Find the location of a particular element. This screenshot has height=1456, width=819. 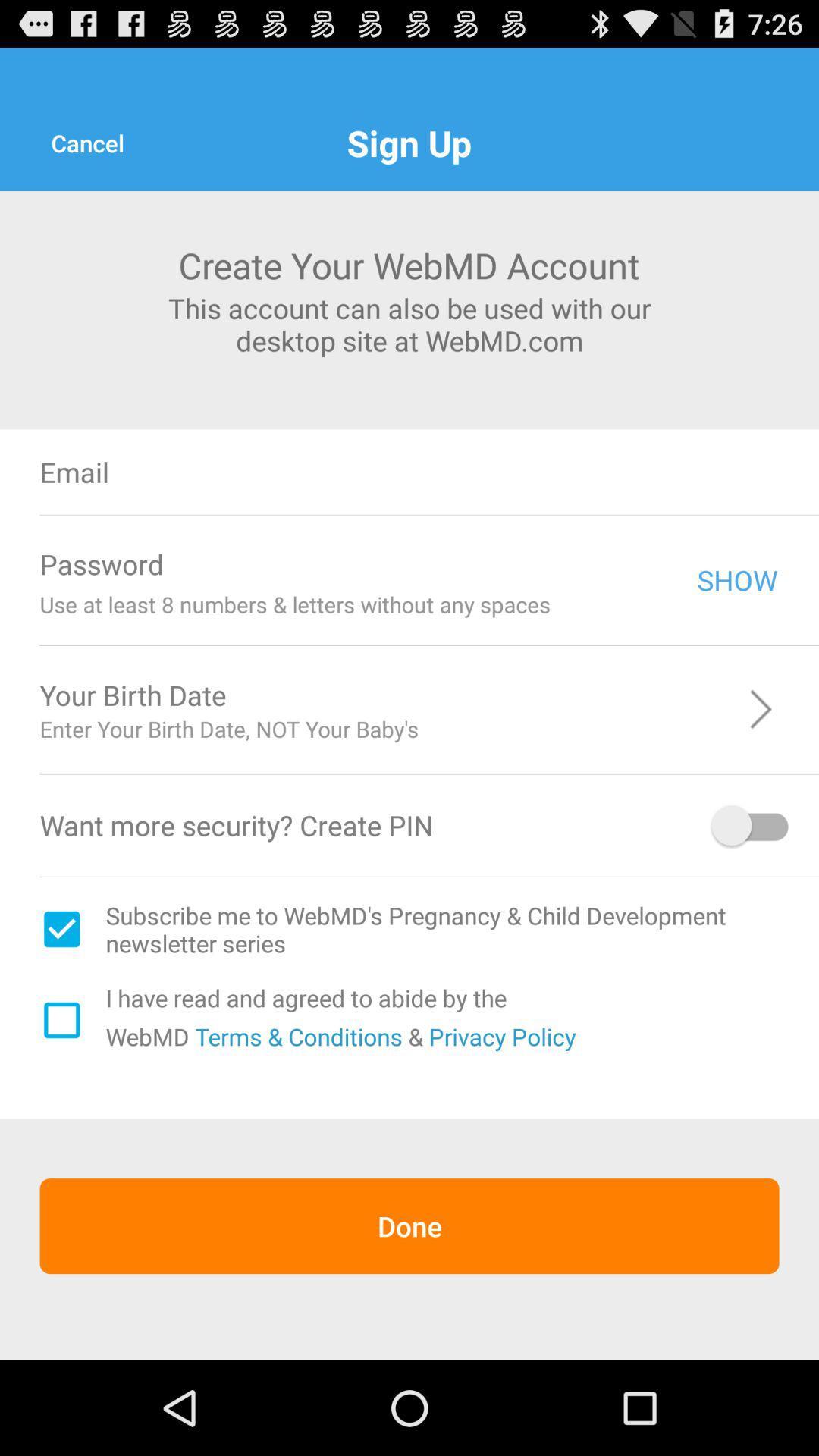

the show icon is located at coordinates (736, 579).